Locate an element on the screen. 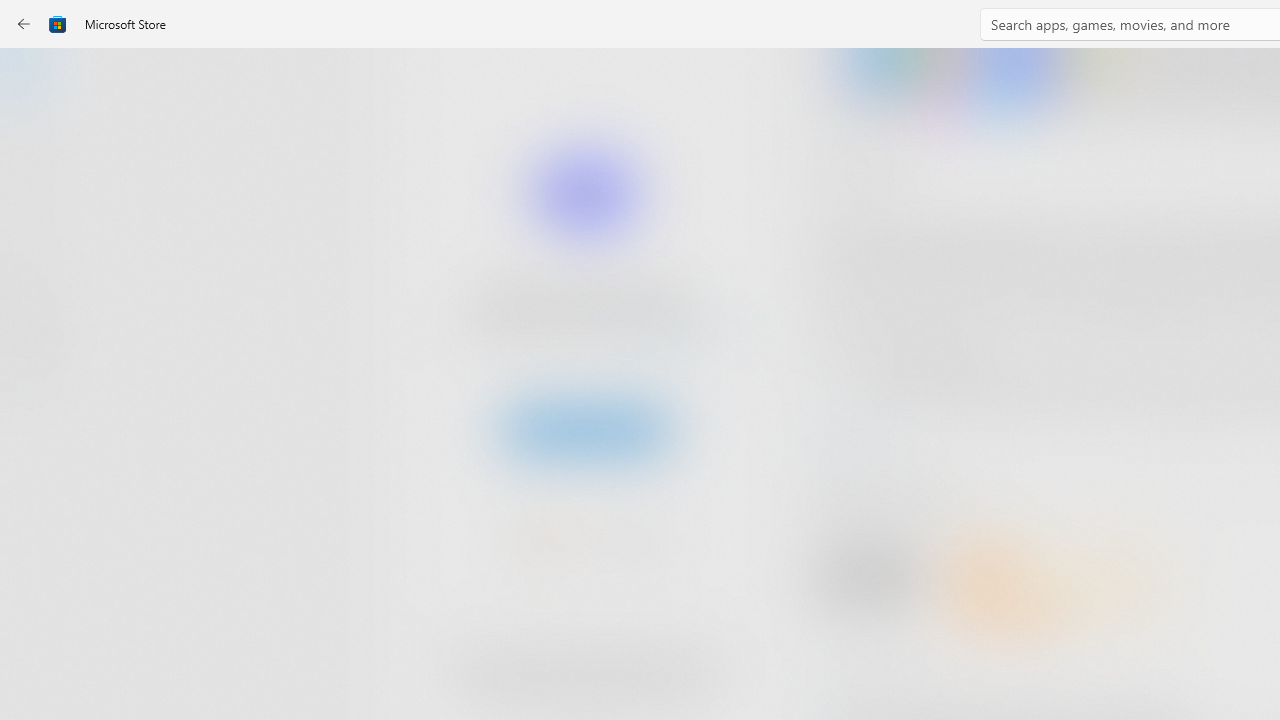 This screenshot has height=720, width=1280. 'Back' is located at coordinates (24, 24).